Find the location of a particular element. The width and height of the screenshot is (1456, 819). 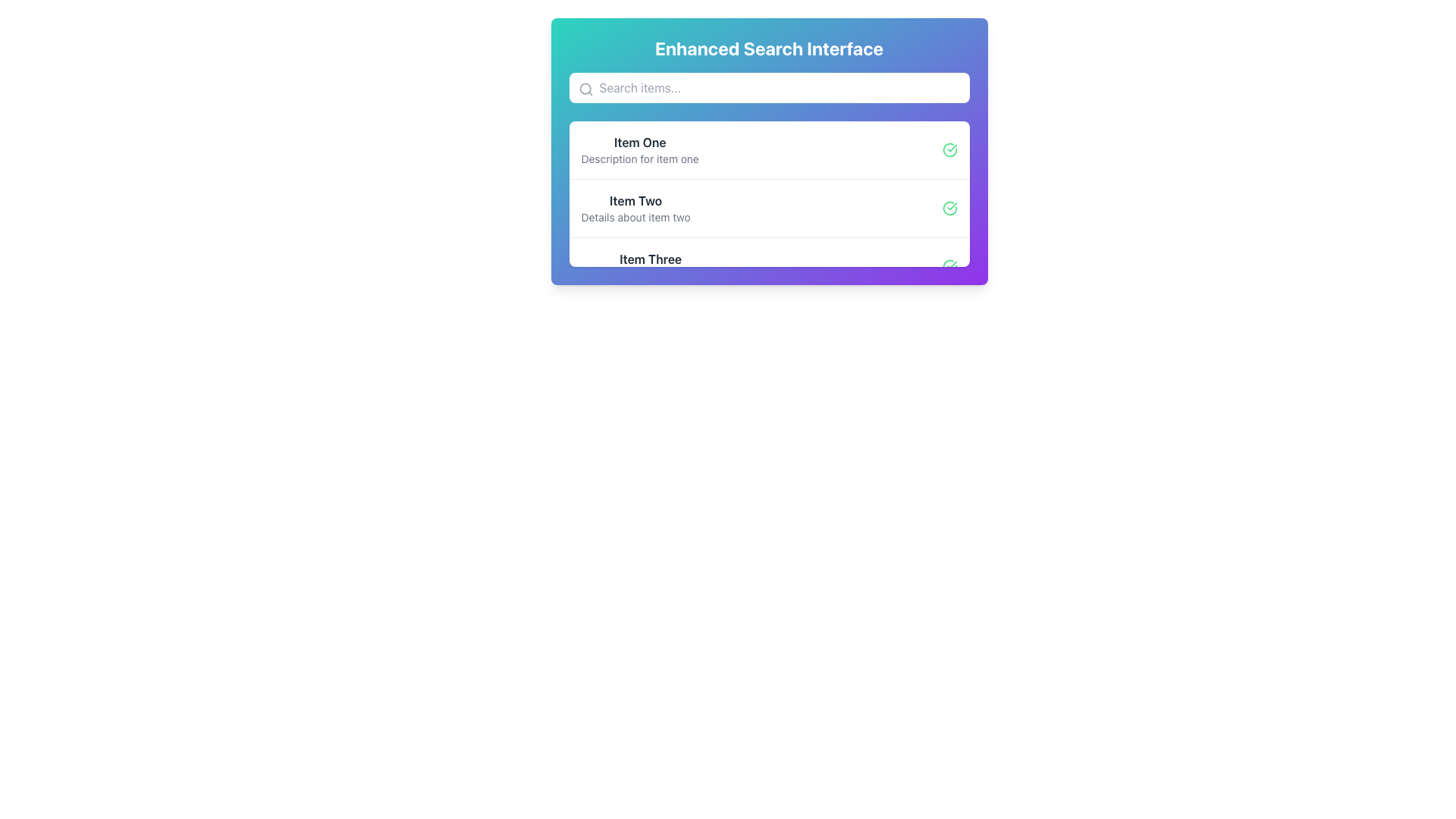

the text label at the top of the rounded box with a gradient background, which describes the functionality of the section is located at coordinates (769, 48).